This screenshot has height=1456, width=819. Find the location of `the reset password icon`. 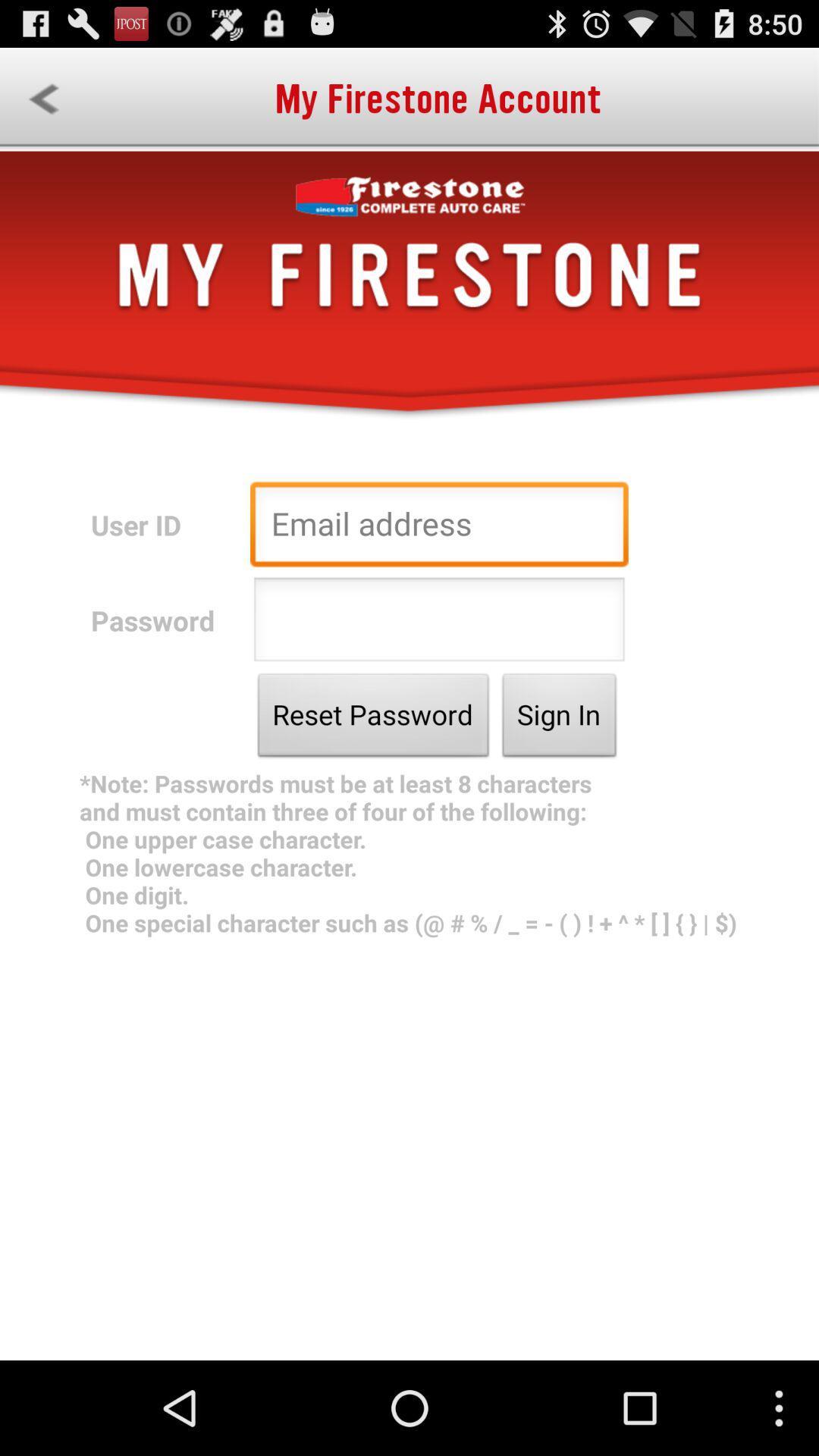

the reset password icon is located at coordinates (373, 718).